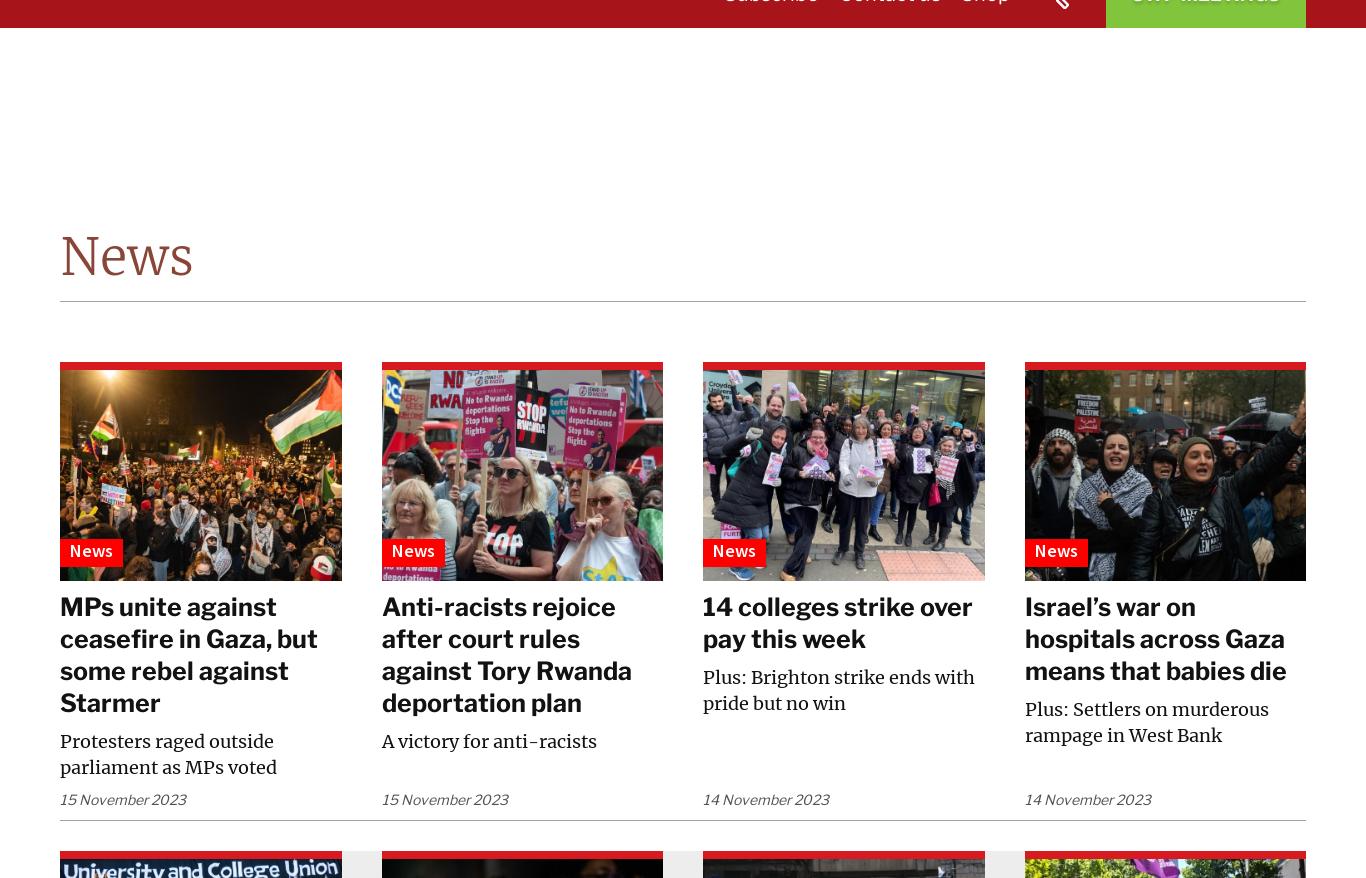  I want to click on 'Campaigns', so click(850, 330).